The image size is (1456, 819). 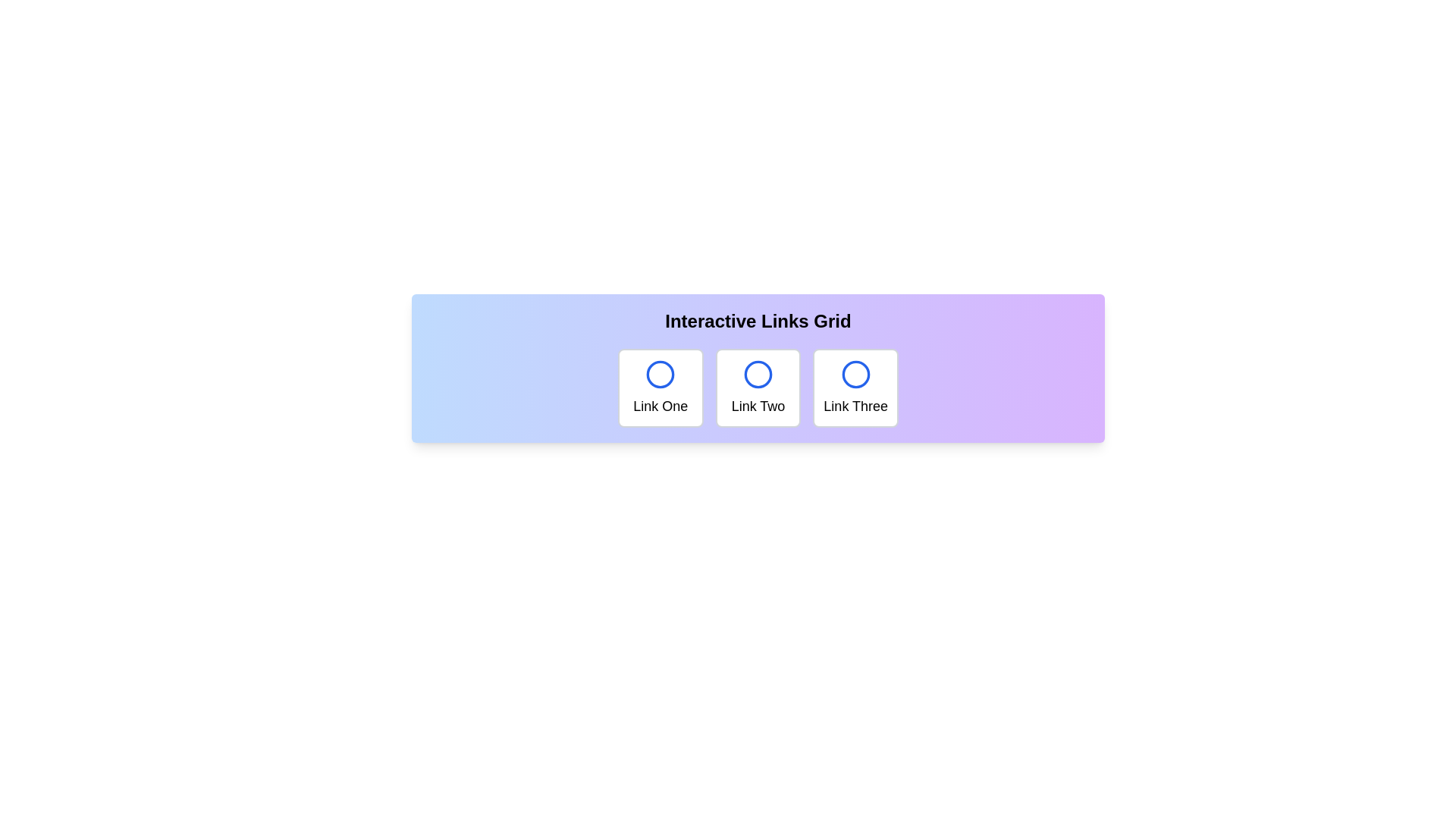 What do you see at coordinates (758, 369) in the screenshot?
I see `the Interactive link button labeled 'Link Two' with a circular blue icon` at bounding box center [758, 369].